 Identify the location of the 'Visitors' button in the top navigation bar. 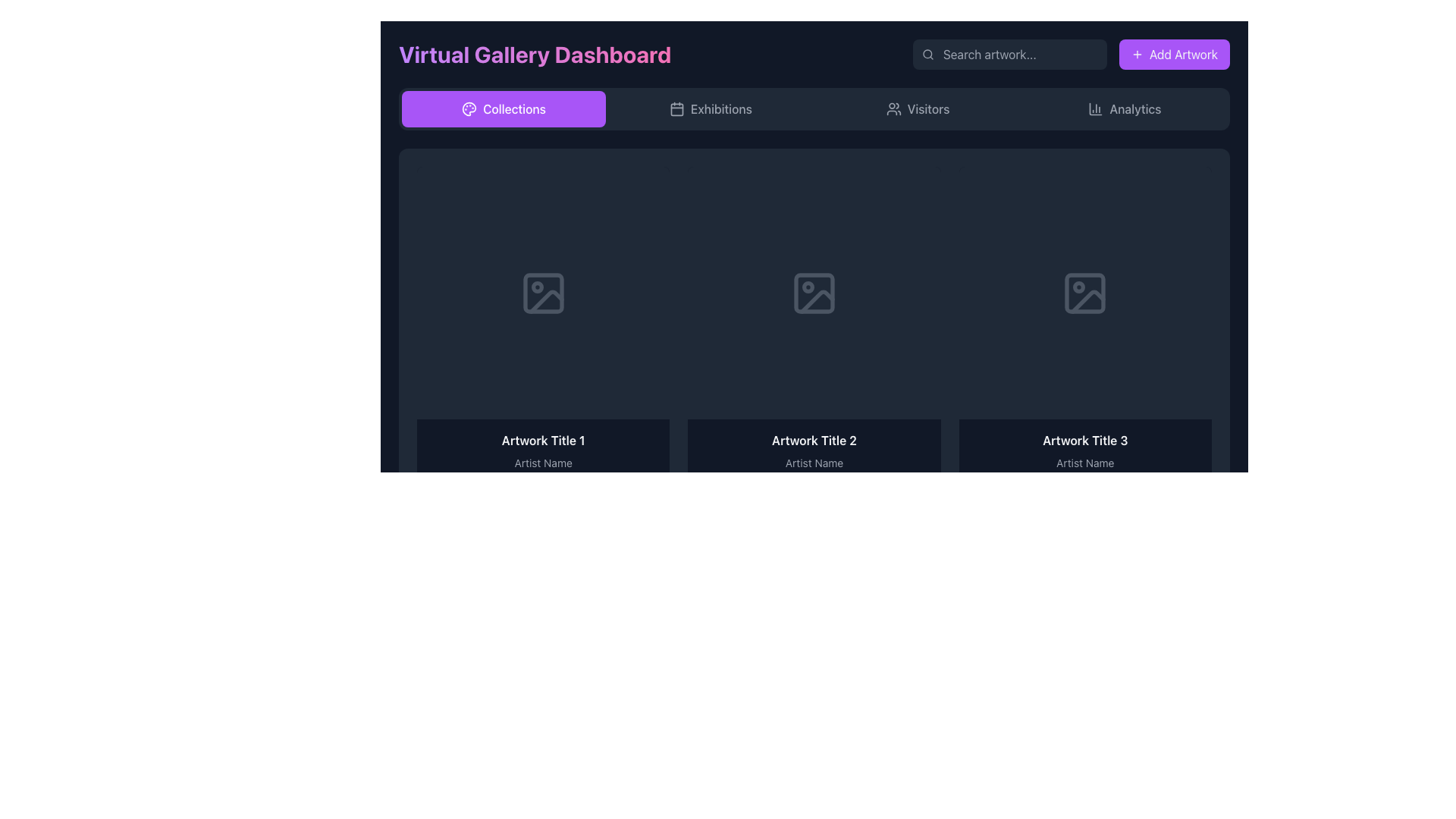
(917, 108).